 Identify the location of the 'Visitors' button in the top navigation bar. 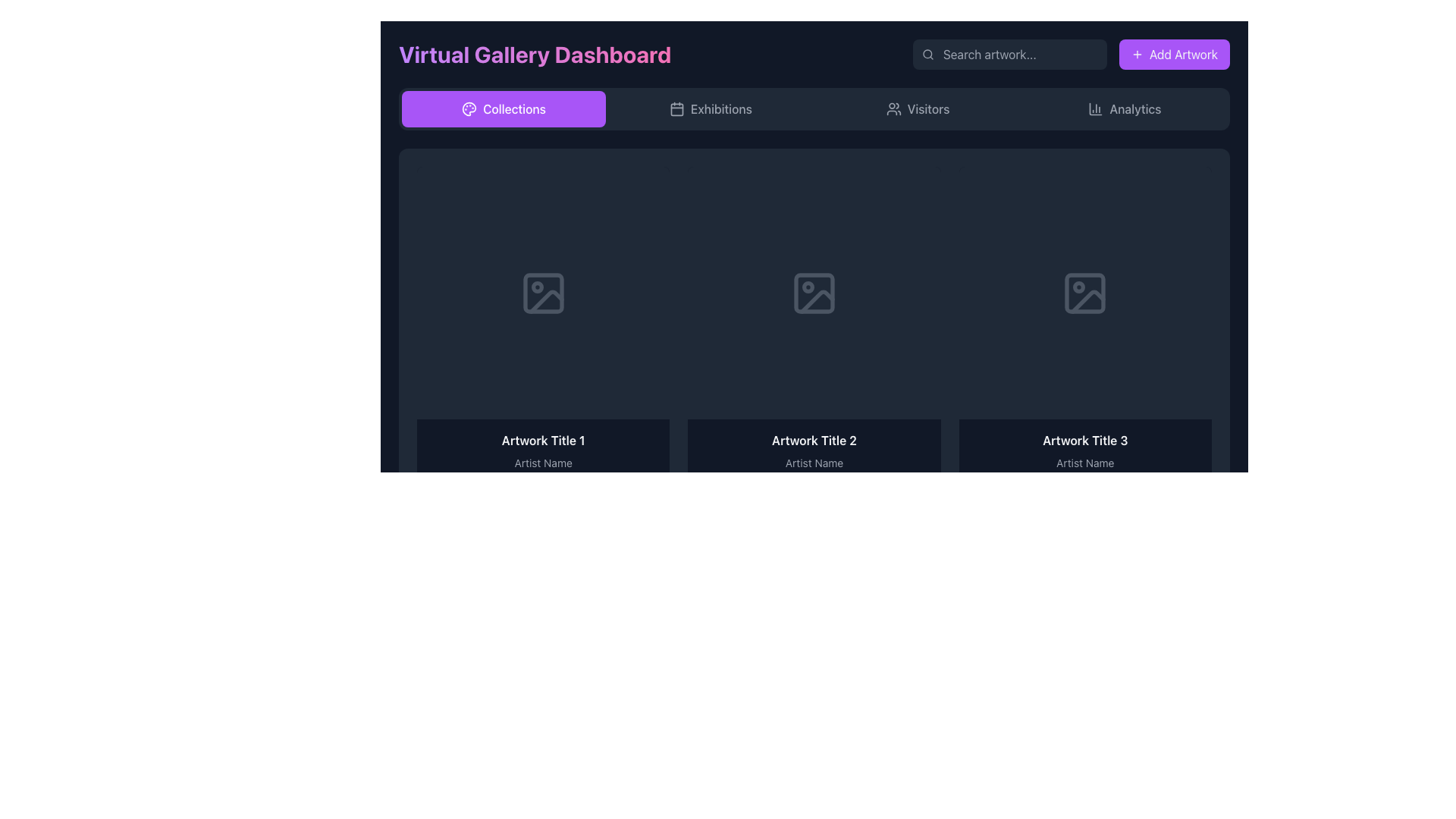
(917, 108).